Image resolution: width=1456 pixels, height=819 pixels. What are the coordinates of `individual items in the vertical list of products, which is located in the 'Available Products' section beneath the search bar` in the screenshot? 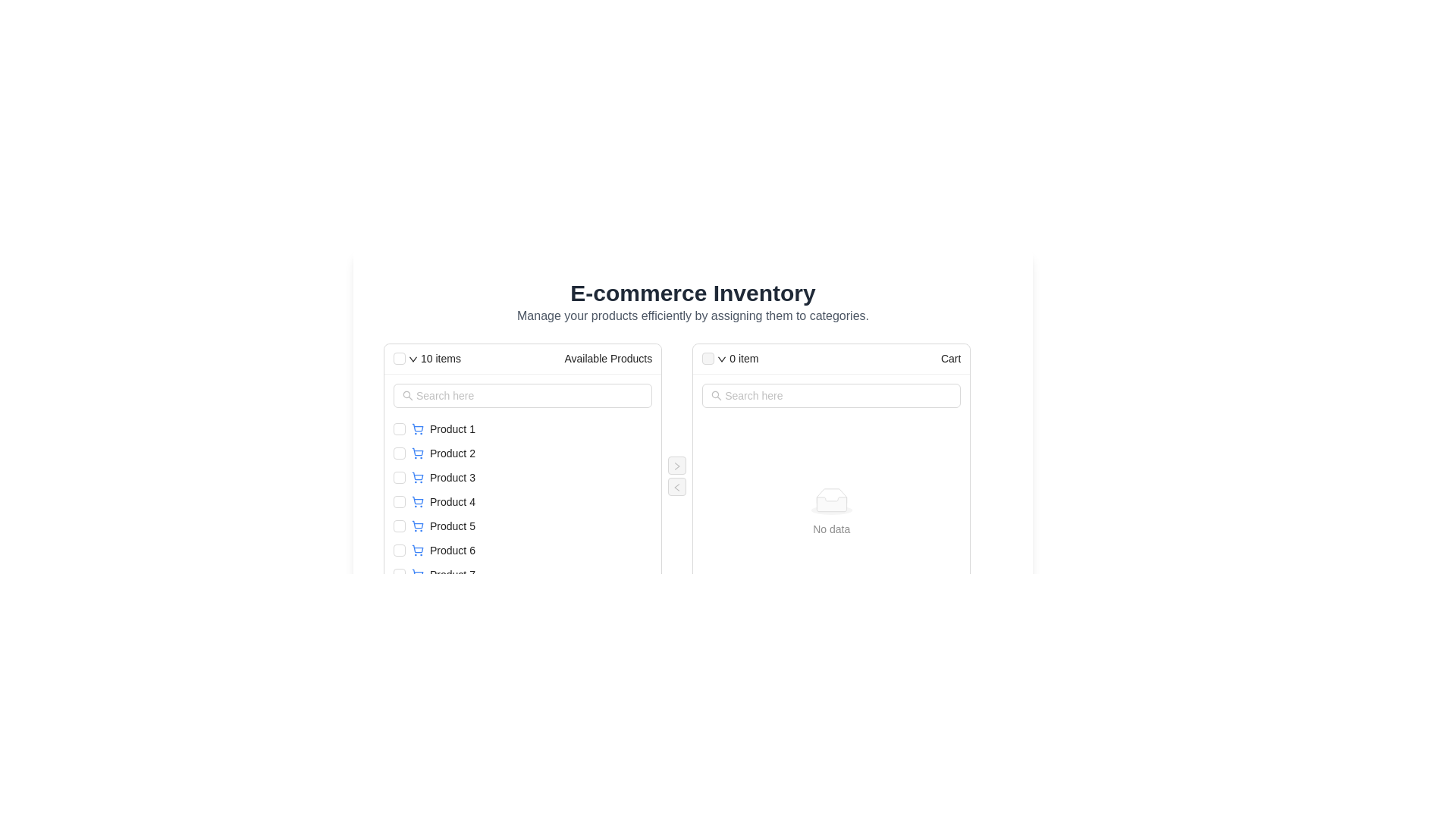 It's located at (522, 491).